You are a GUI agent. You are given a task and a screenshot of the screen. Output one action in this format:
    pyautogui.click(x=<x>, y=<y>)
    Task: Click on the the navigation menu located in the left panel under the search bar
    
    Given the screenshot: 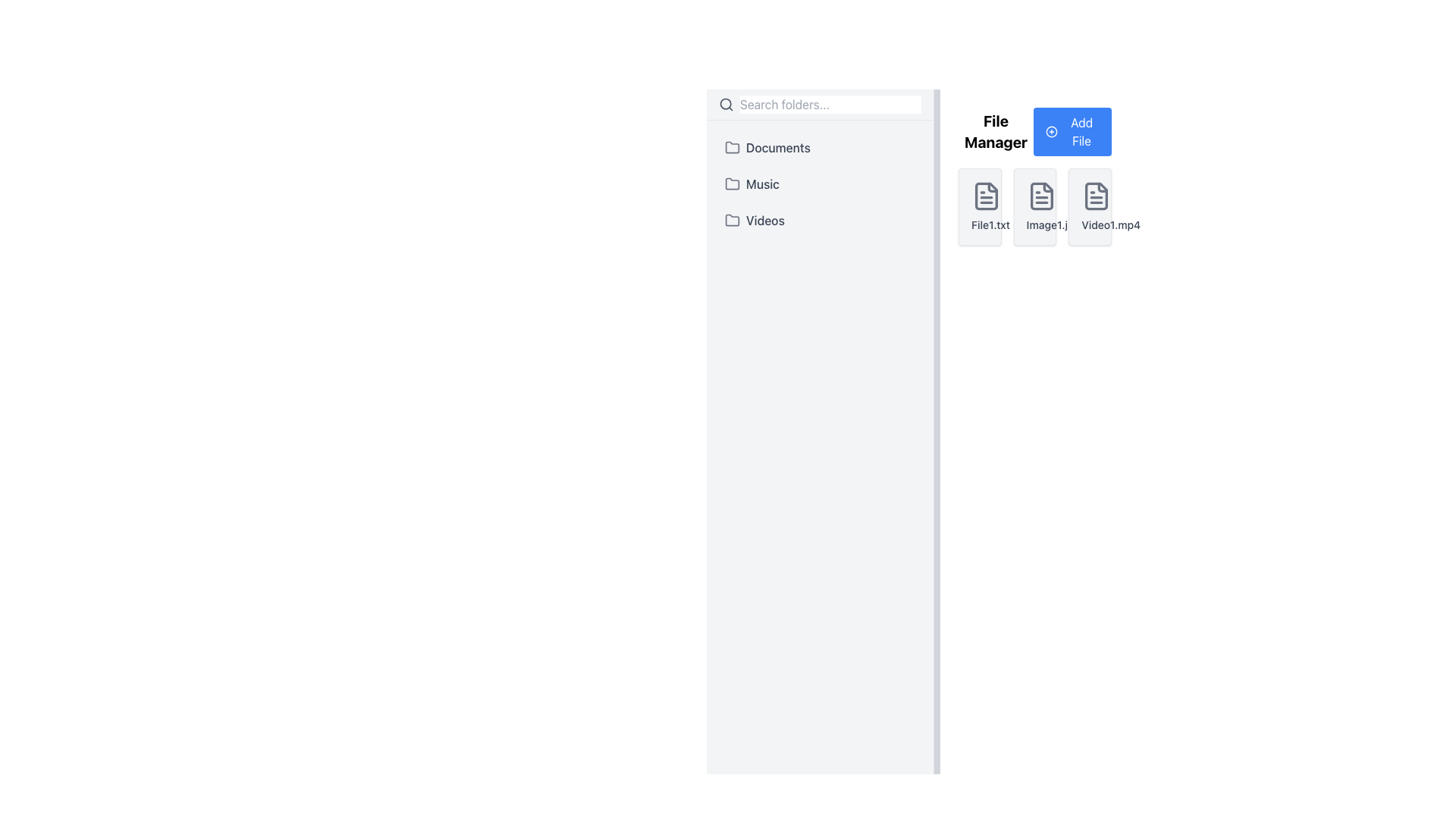 What is the action you would take?
    pyautogui.click(x=819, y=184)
    